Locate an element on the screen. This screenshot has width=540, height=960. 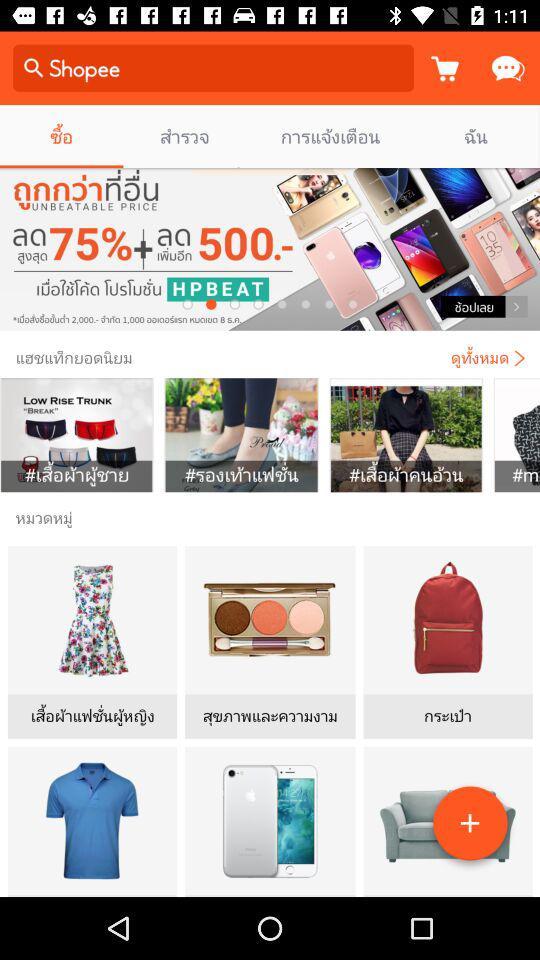
the add icon is located at coordinates (470, 827).